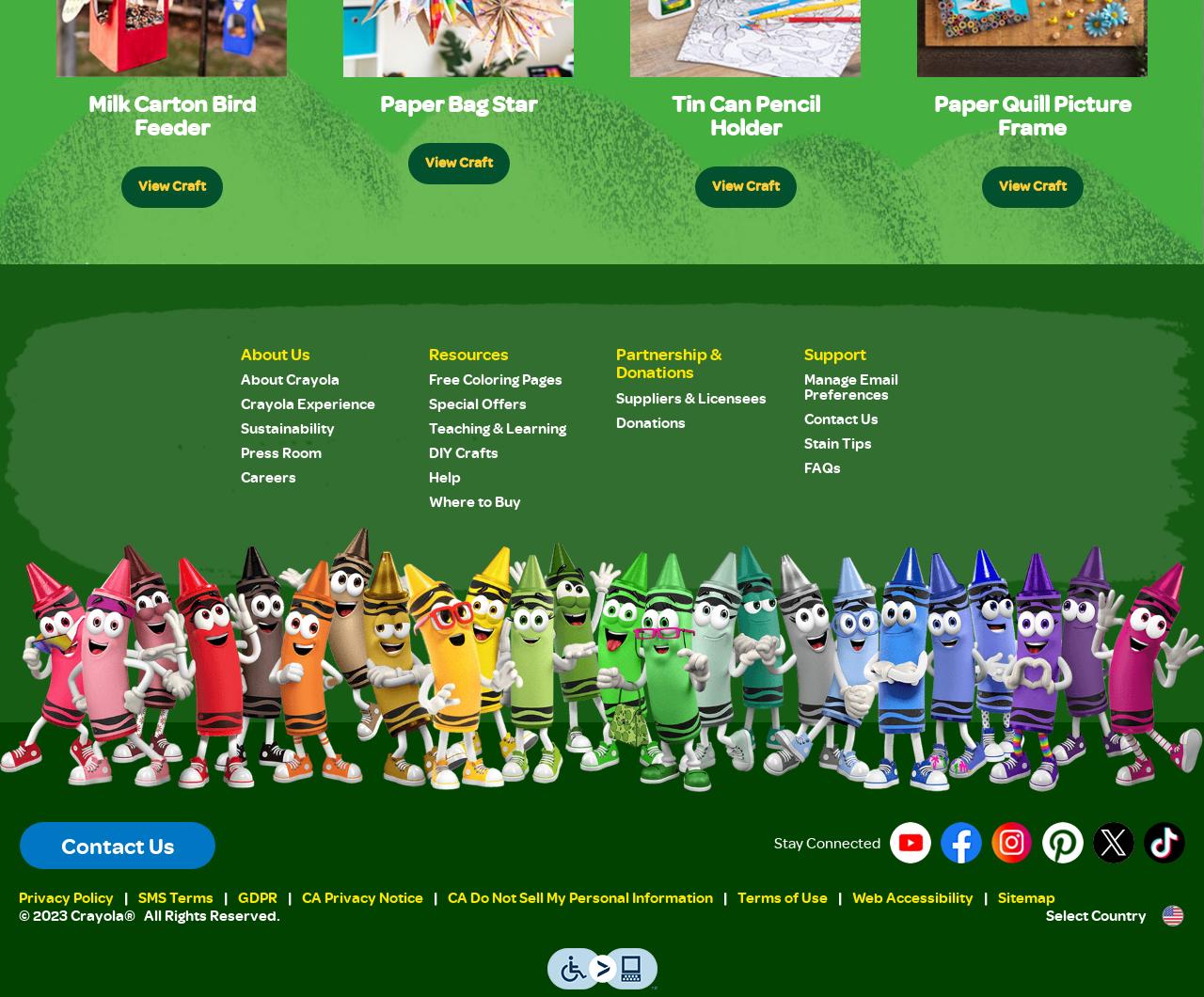 This screenshot has height=997, width=1204. I want to click on '2023 Crayola®   All Rights Reserved.', so click(156, 913).